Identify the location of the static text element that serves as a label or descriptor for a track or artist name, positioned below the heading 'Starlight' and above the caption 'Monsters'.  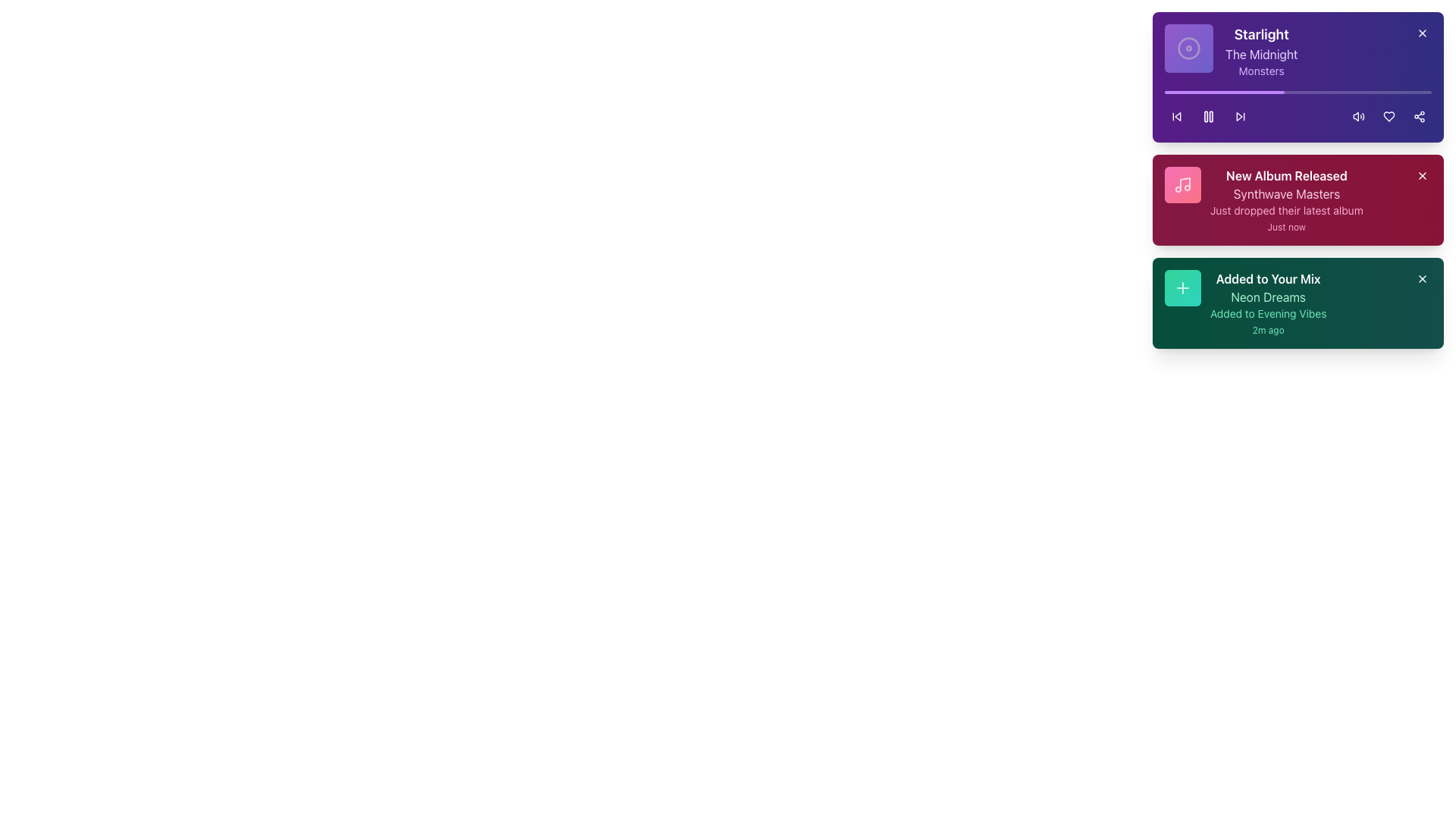
(1261, 54).